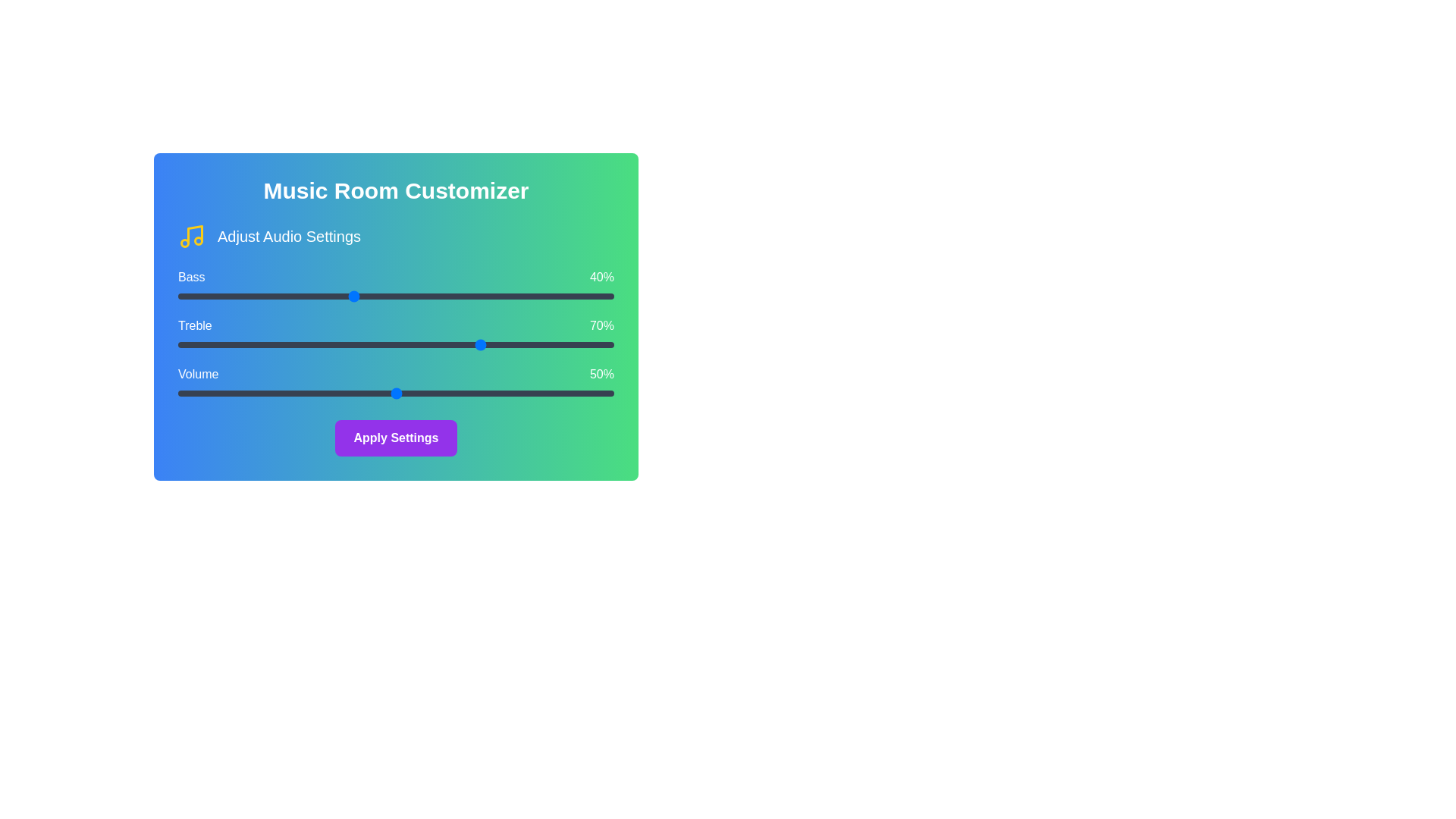 This screenshot has height=819, width=1456. Describe the element at coordinates (396, 438) in the screenshot. I see `the 'Apply Settings' button to observe its hover effect` at that location.